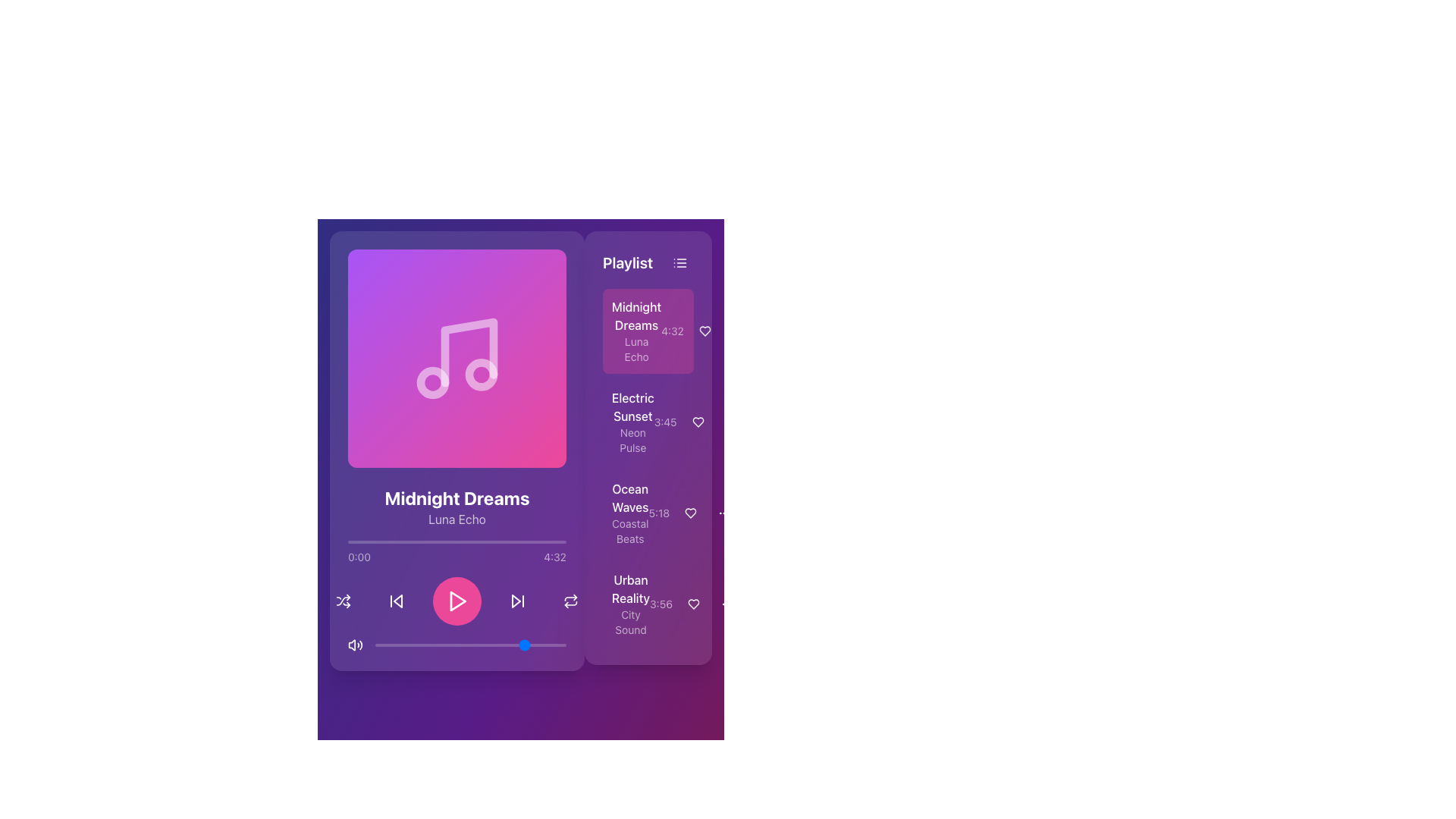 This screenshot has width=1456, height=819. Describe the element at coordinates (628, 262) in the screenshot. I see `the static text label 'Playlist' which is styled with a large, bold font and positioned at the upper part of a vertical playlist section on the right side of the interface` at that location.